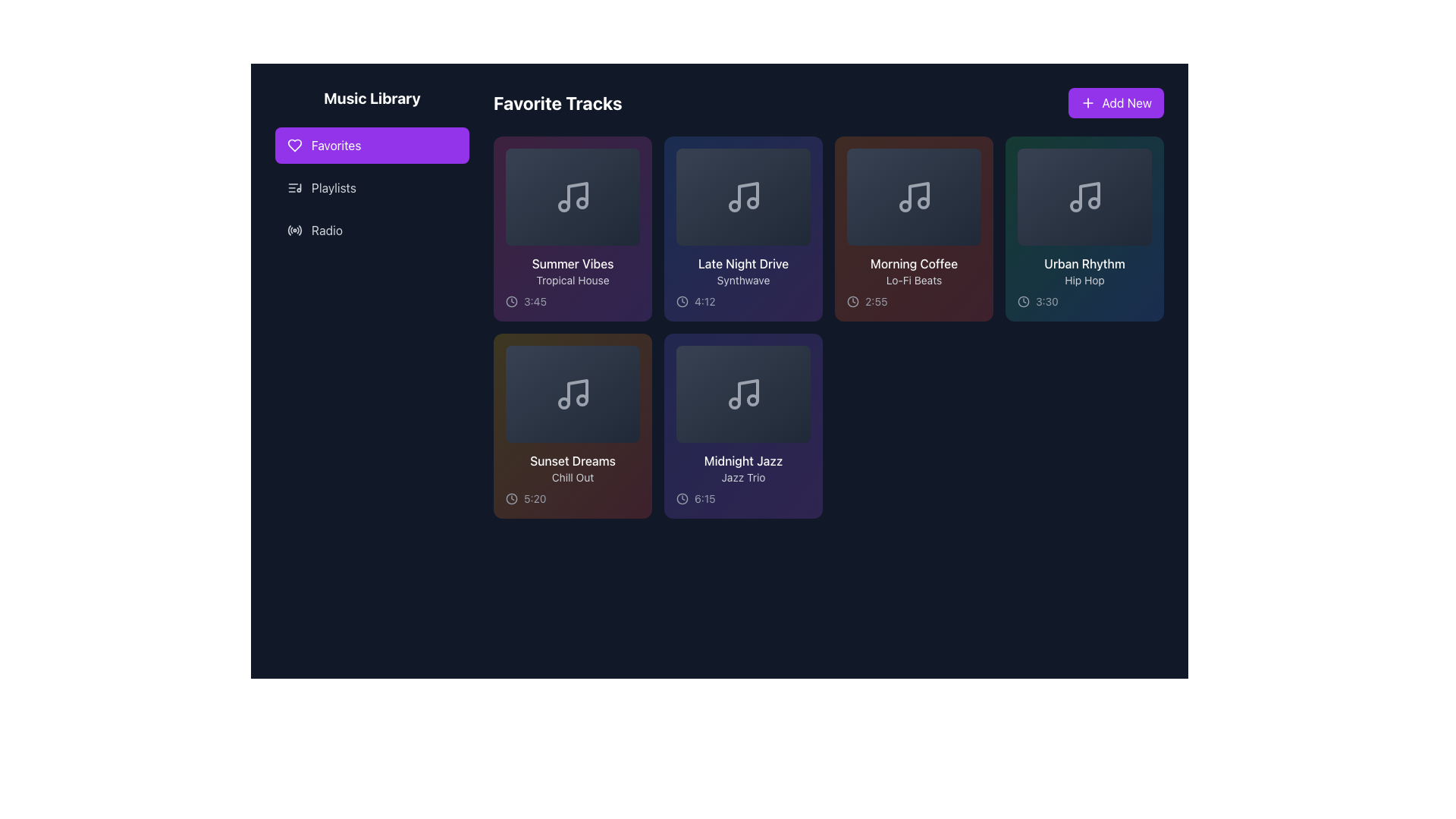 This screenshot has height=819, width=1456. Describe the element at coordinates (294, 231) in the screenshot. I see `the circular 'Radio' icon located in the left panel under the 'Music Library' section, positioned between 'Playlists' and 'Radio' label` at that location.